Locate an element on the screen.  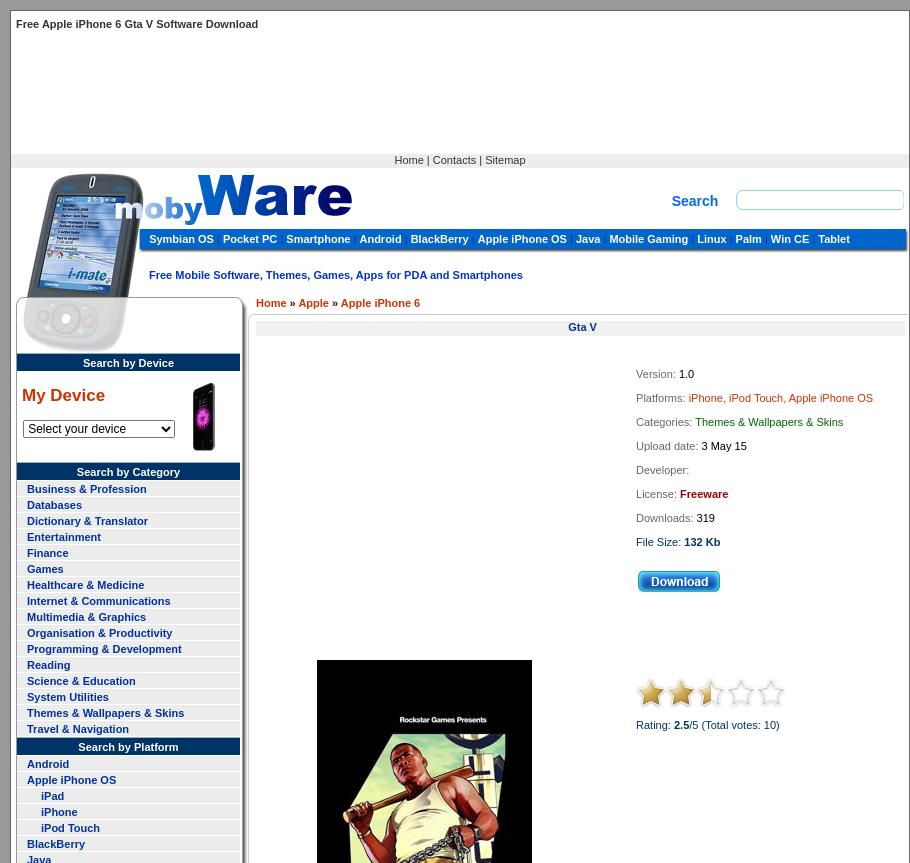
'Search by Platform' is located at coordinates (128, 745).